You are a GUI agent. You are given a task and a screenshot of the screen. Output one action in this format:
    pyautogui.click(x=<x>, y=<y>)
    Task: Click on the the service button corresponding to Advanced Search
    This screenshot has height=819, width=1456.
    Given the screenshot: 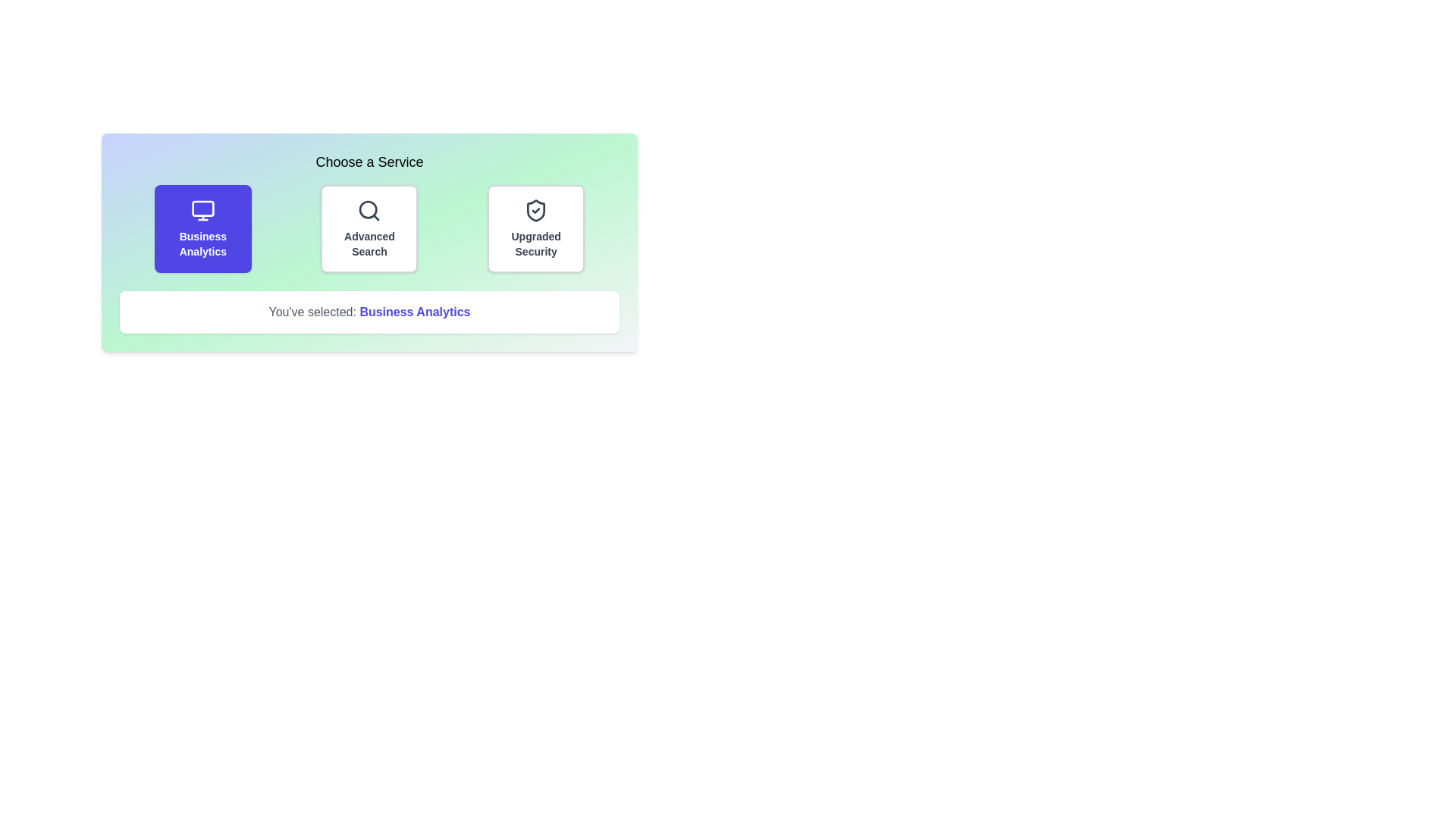 What is the action you would take?
    pyautogui.click(x=369, y=228)
    